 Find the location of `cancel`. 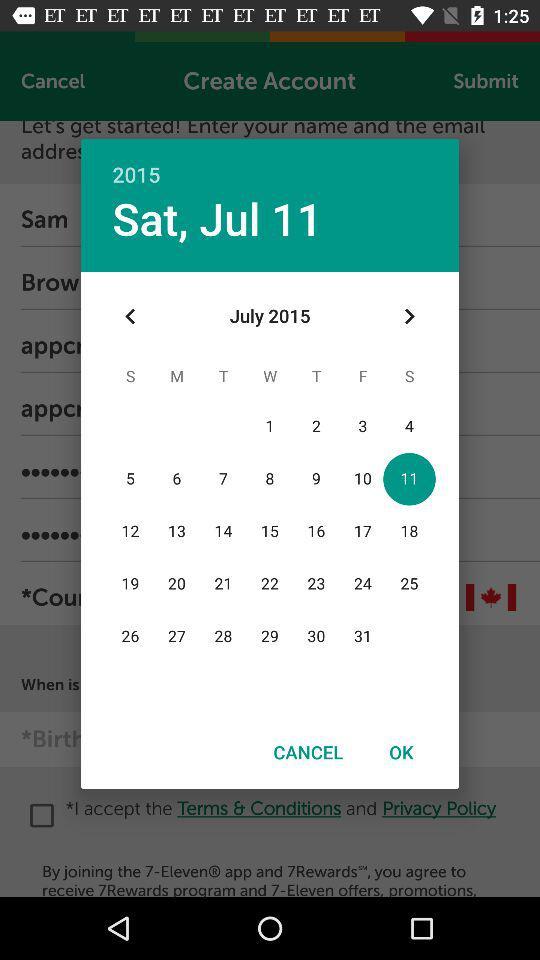

cancel is located at coordinates (308, 751).